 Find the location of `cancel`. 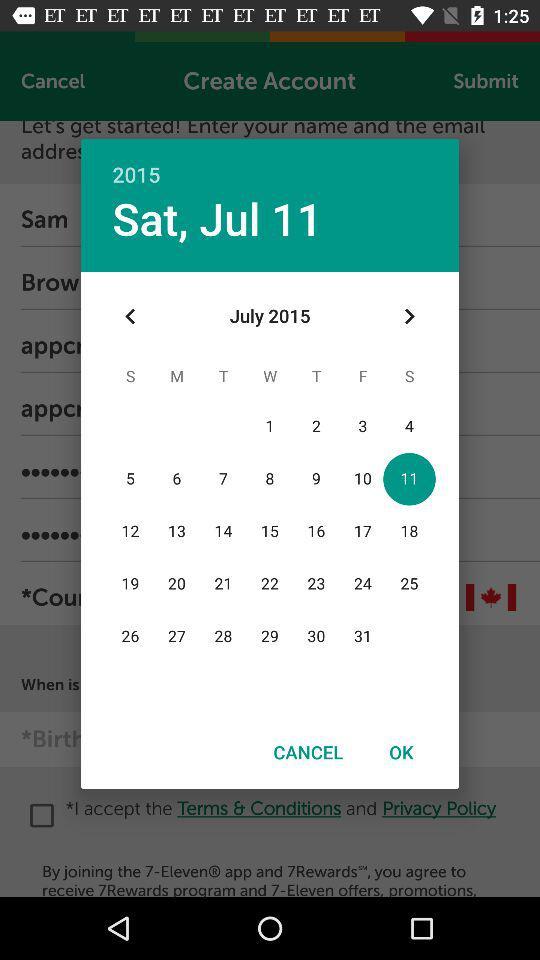

cancel is located at coordinates (308, 751).